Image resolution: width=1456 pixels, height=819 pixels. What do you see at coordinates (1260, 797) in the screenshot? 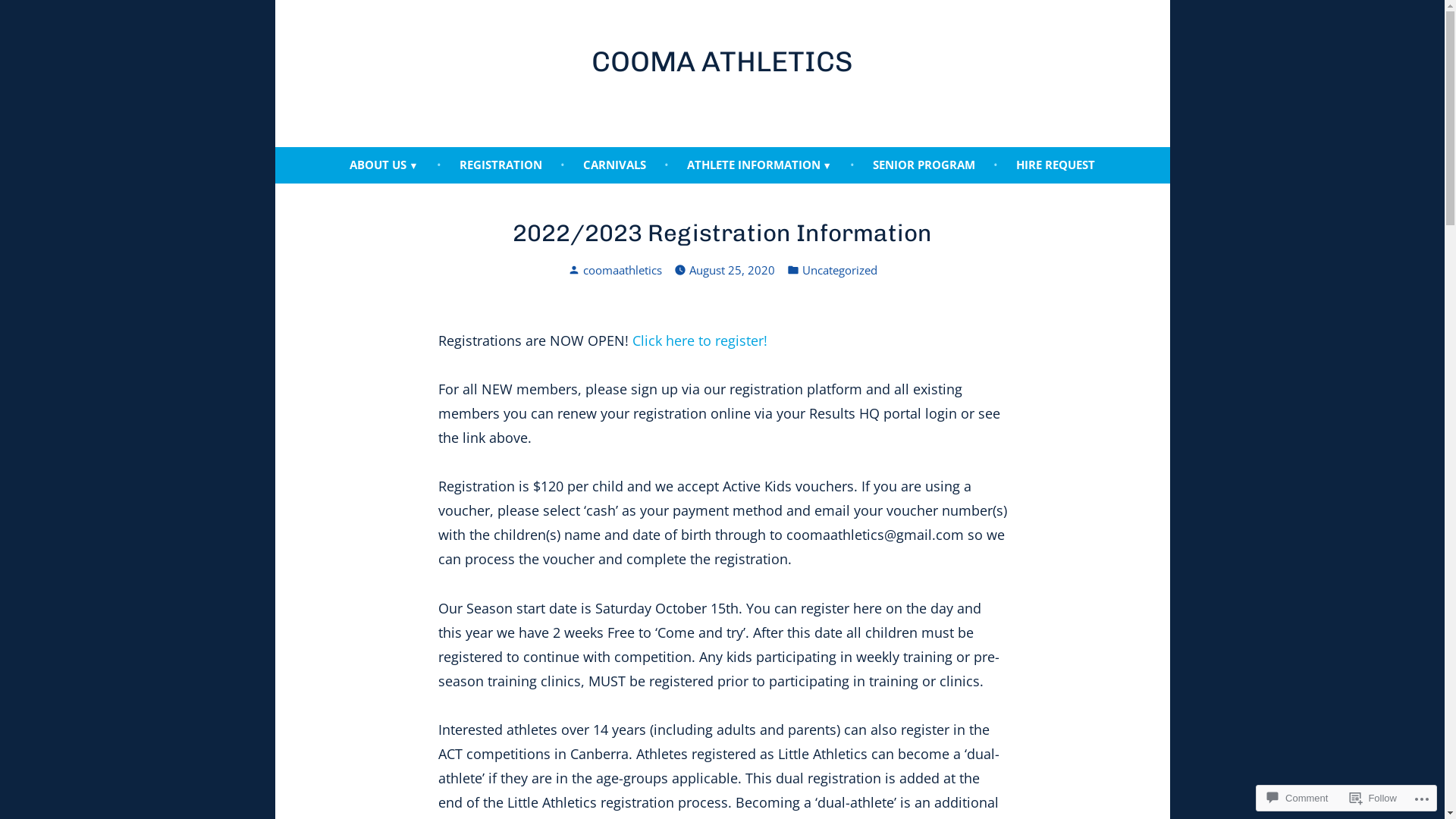
I see `'Comment'` at bounding box center [1260, 797].